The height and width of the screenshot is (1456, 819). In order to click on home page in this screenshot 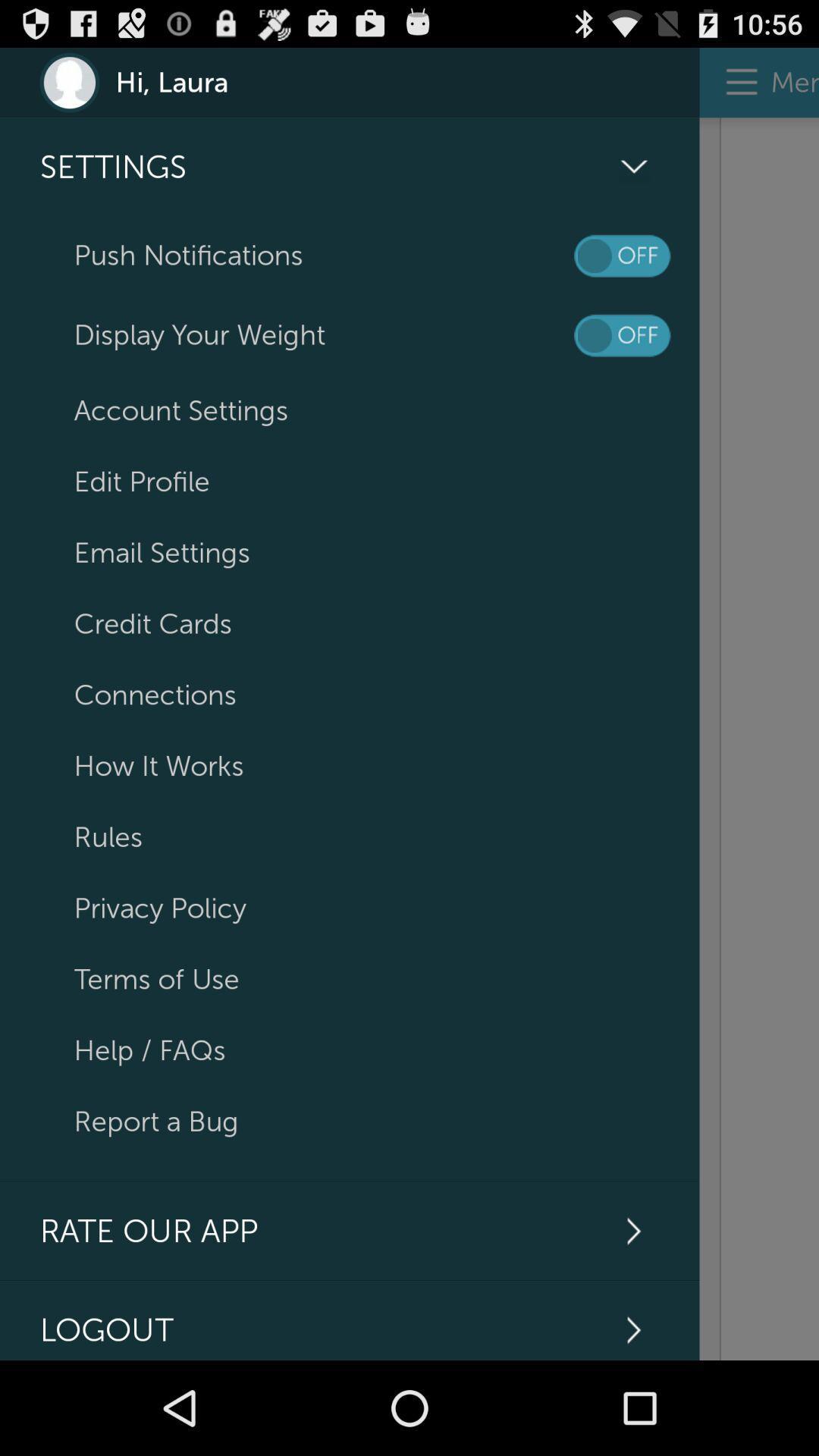, I will do `click(759, 739)`.